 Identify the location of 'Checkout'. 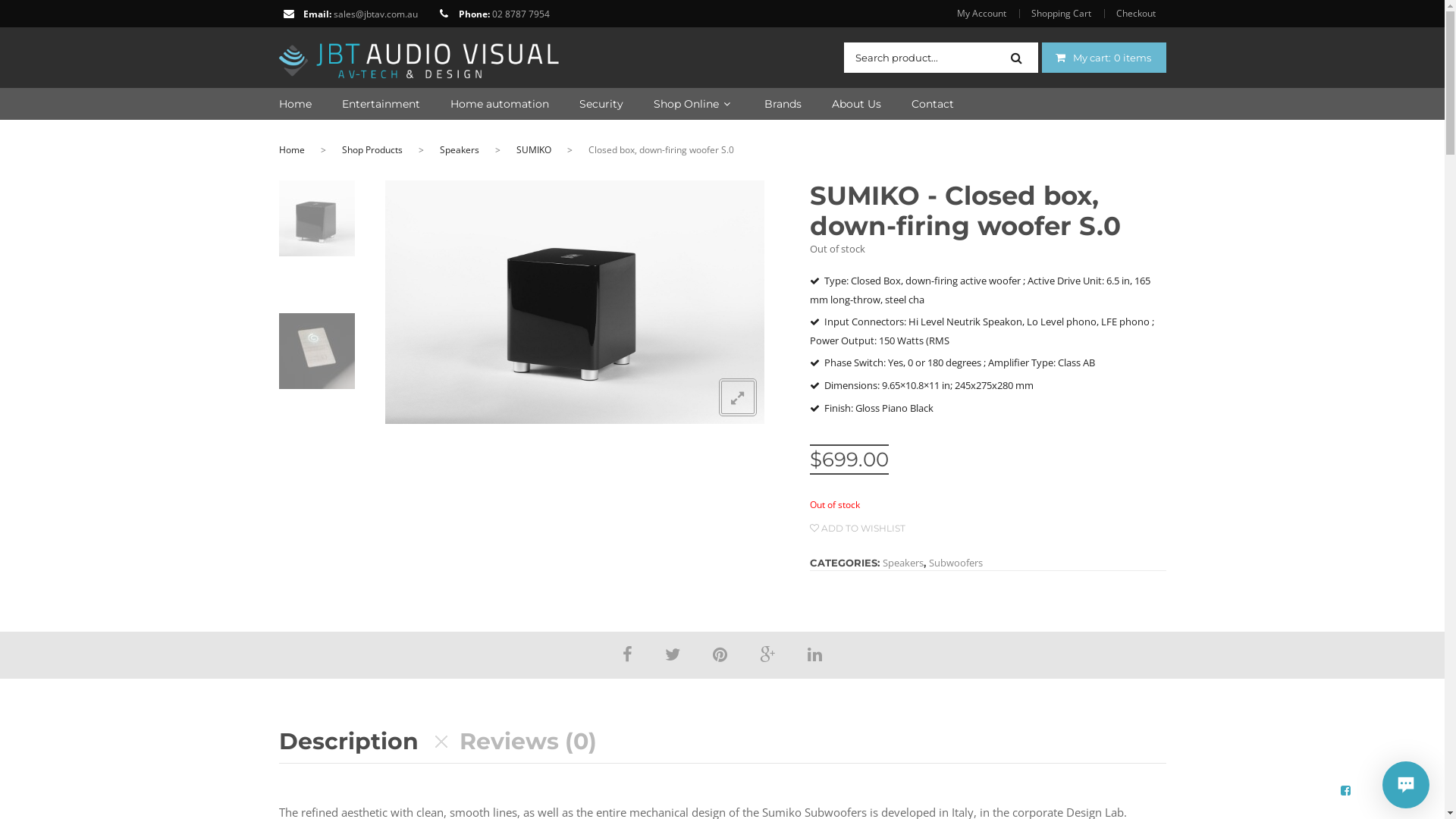
(1135, 14).